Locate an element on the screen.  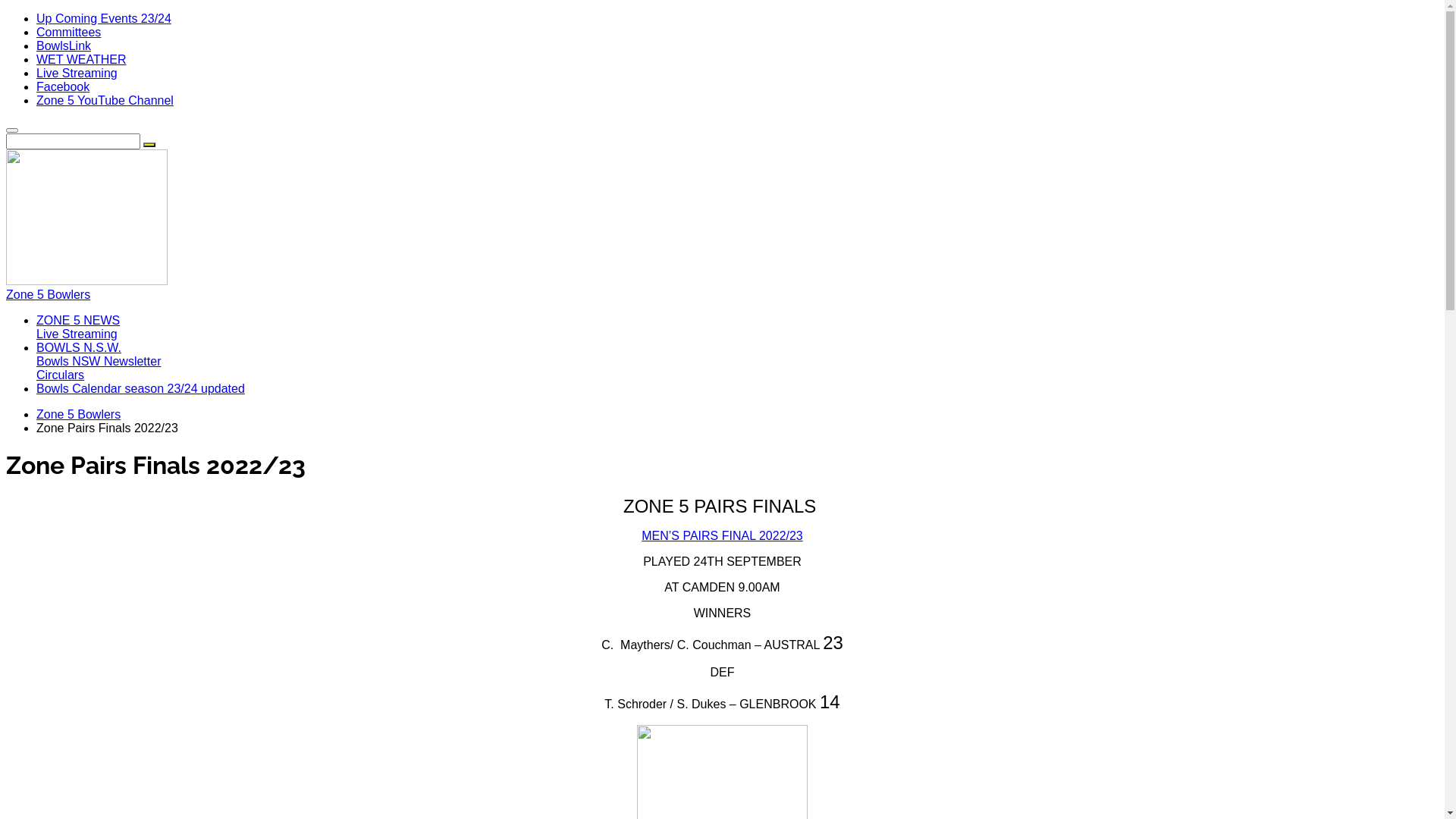
'Zone 5 YouTube Channel' is located at coordinates (104, 100).